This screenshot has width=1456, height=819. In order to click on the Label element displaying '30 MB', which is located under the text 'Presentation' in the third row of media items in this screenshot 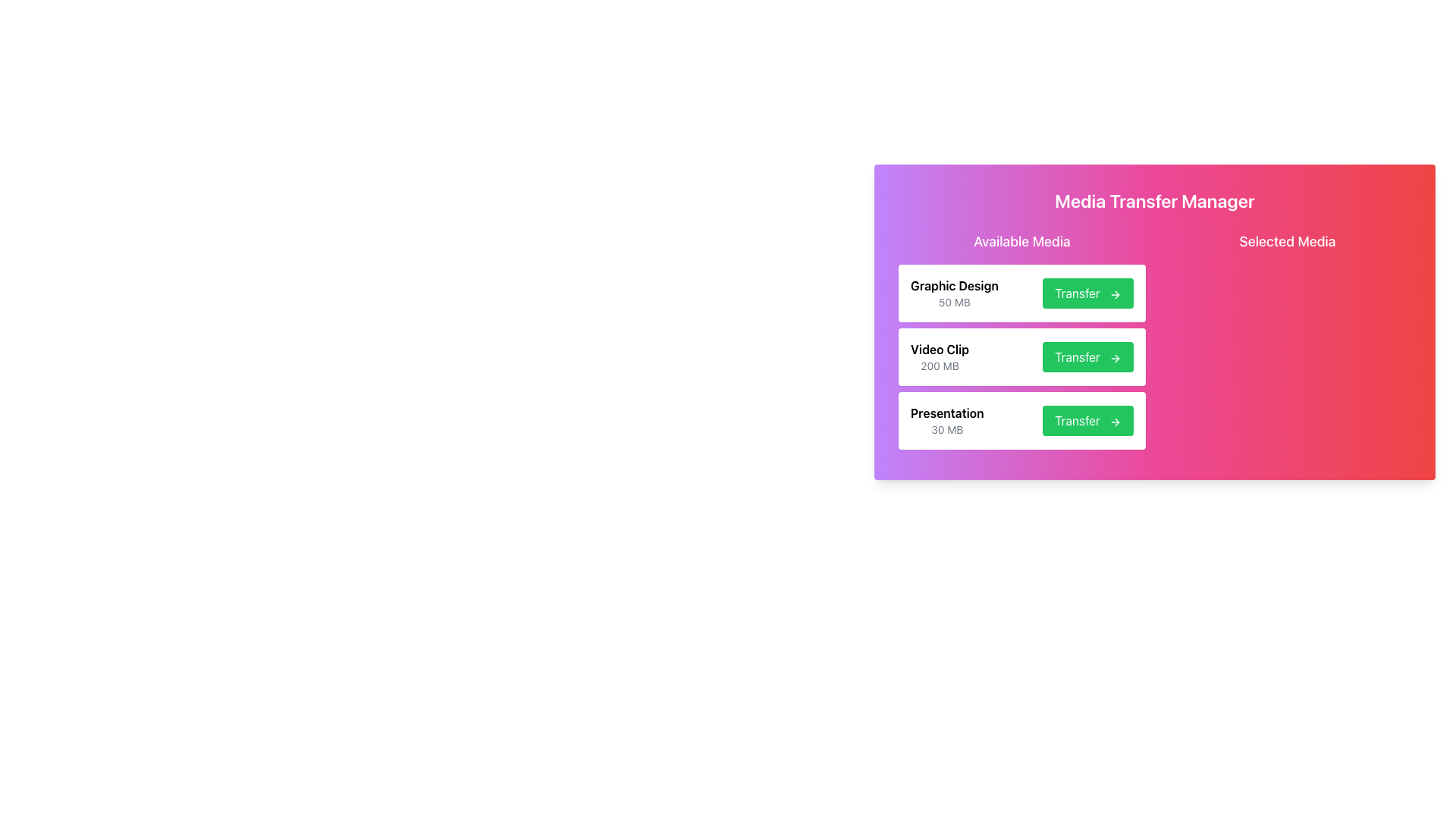, I will do `click(946, 430)`.